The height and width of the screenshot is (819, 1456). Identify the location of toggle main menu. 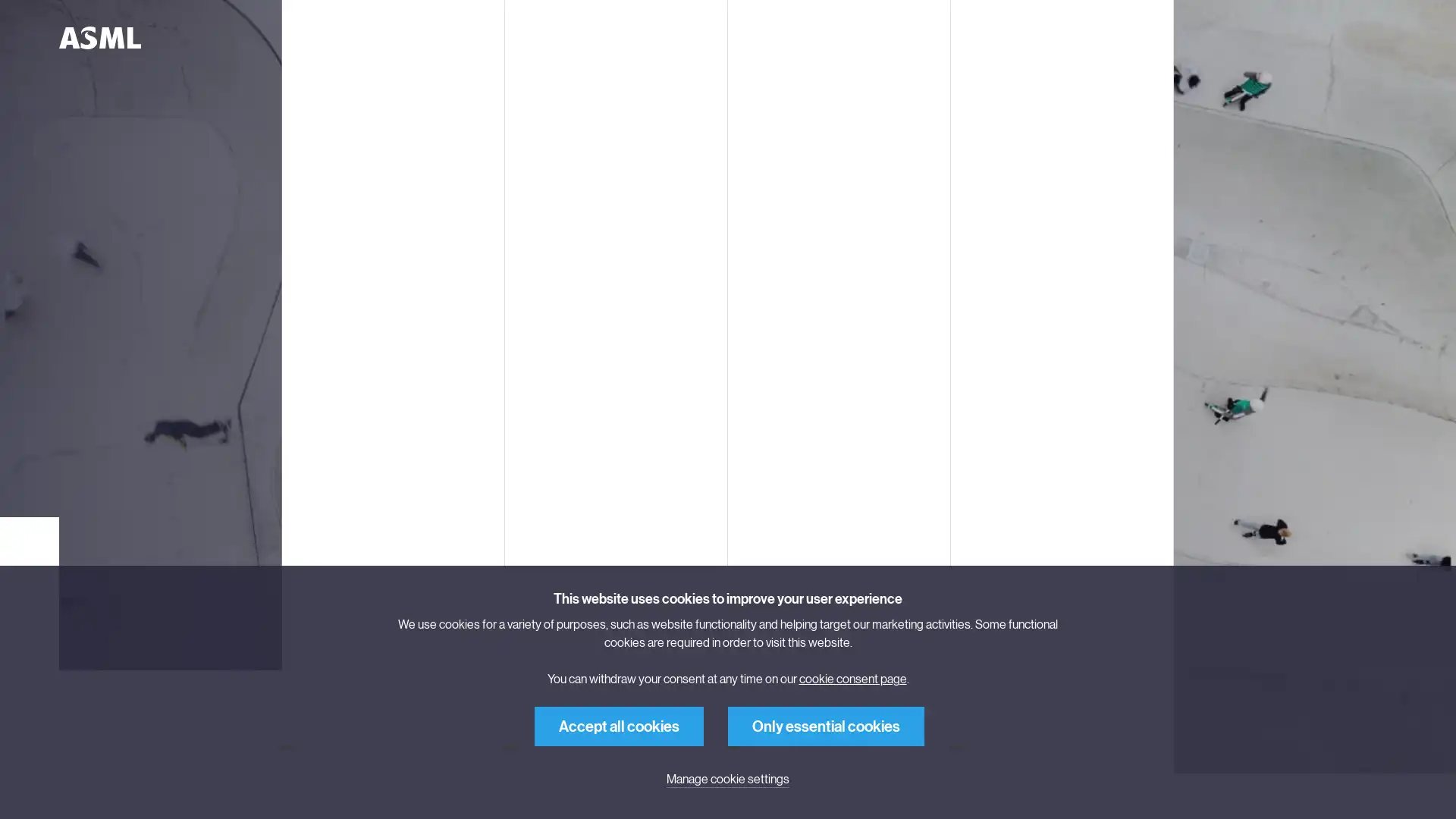
(292, 37).